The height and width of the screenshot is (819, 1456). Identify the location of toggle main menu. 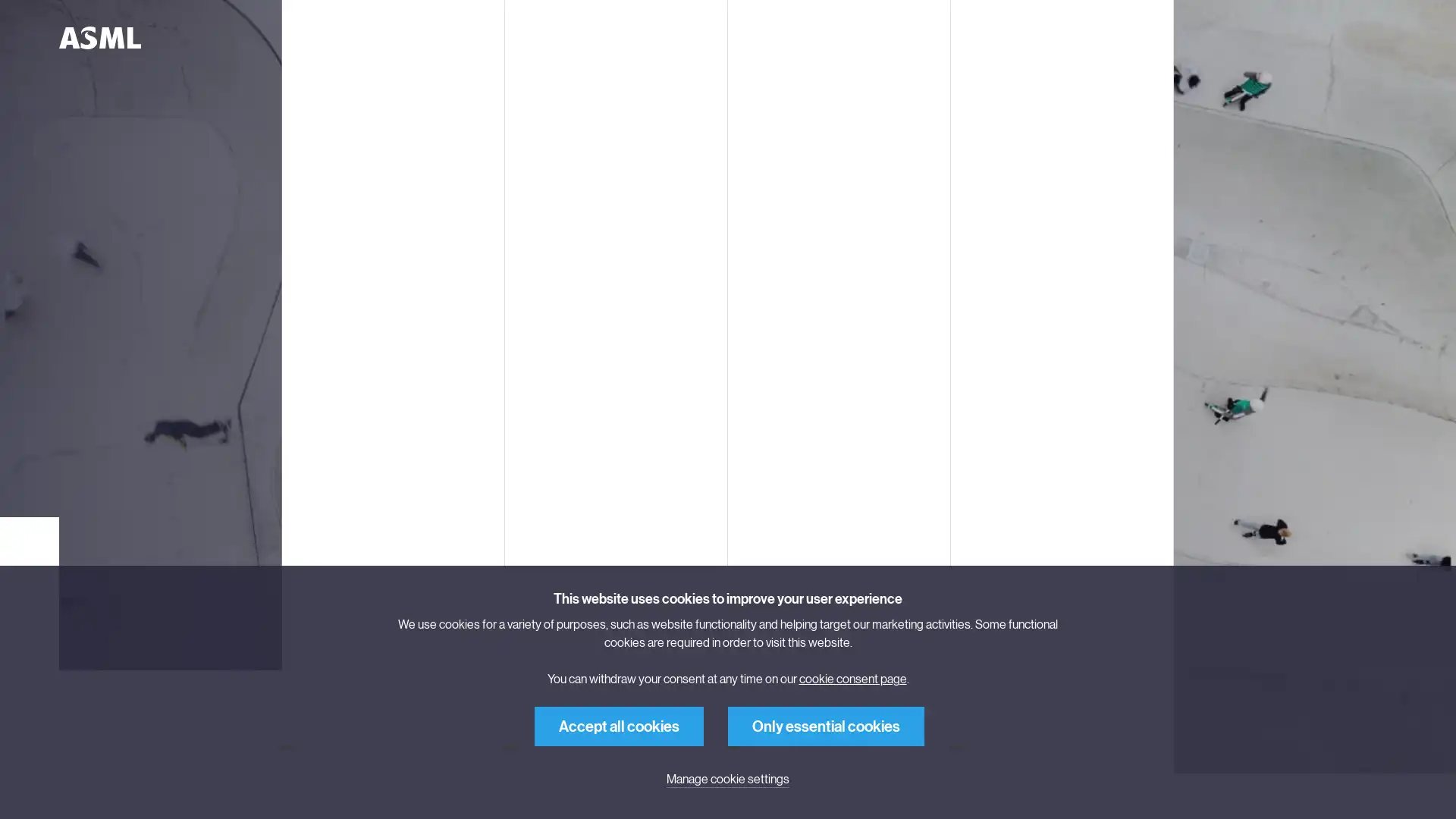
(292, 37).